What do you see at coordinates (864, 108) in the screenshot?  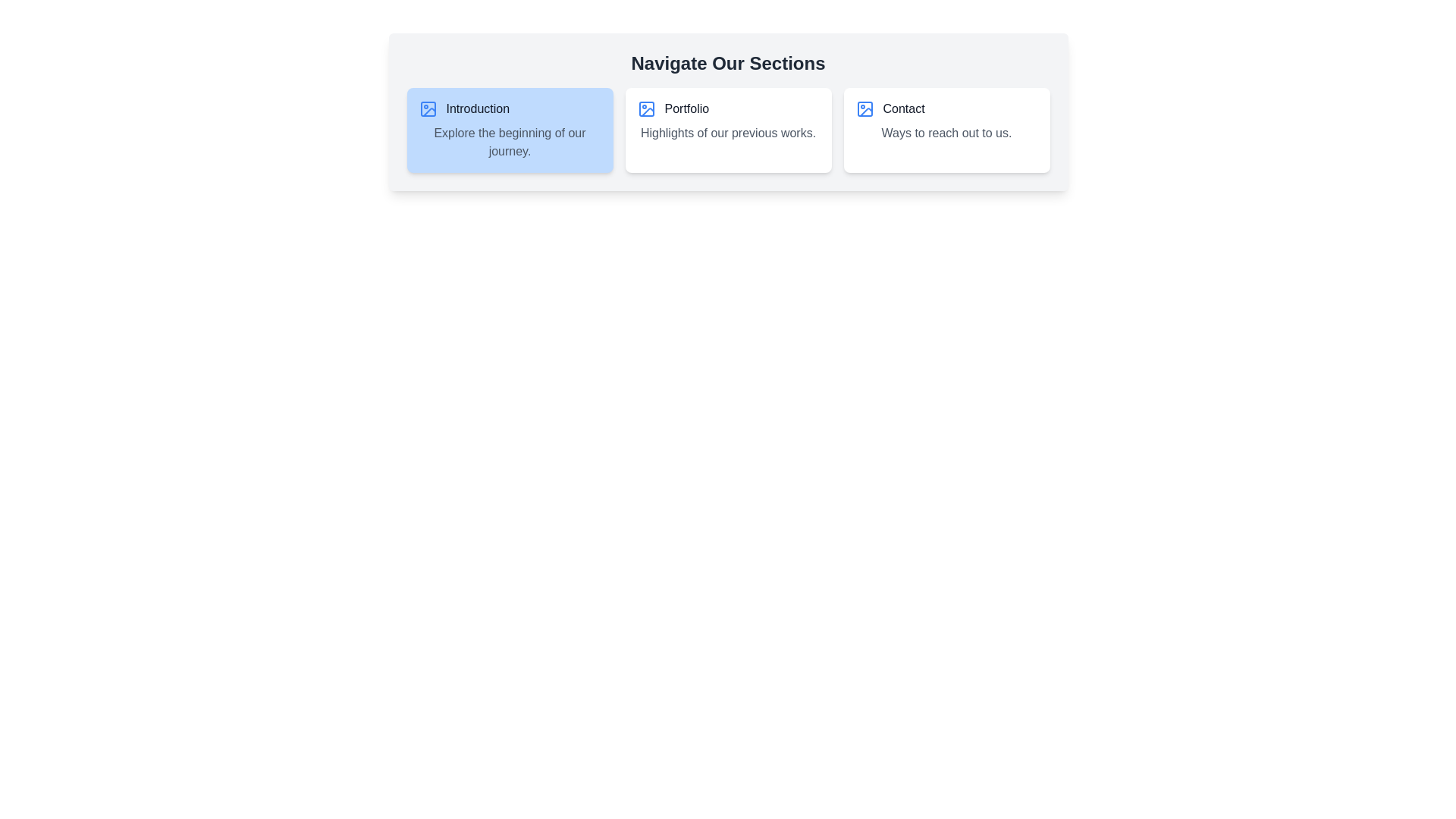 I see `the 'Contact' icon located to the left of the text 'Contact' within the card for recognition purposes` at bounding box center [864, 108].